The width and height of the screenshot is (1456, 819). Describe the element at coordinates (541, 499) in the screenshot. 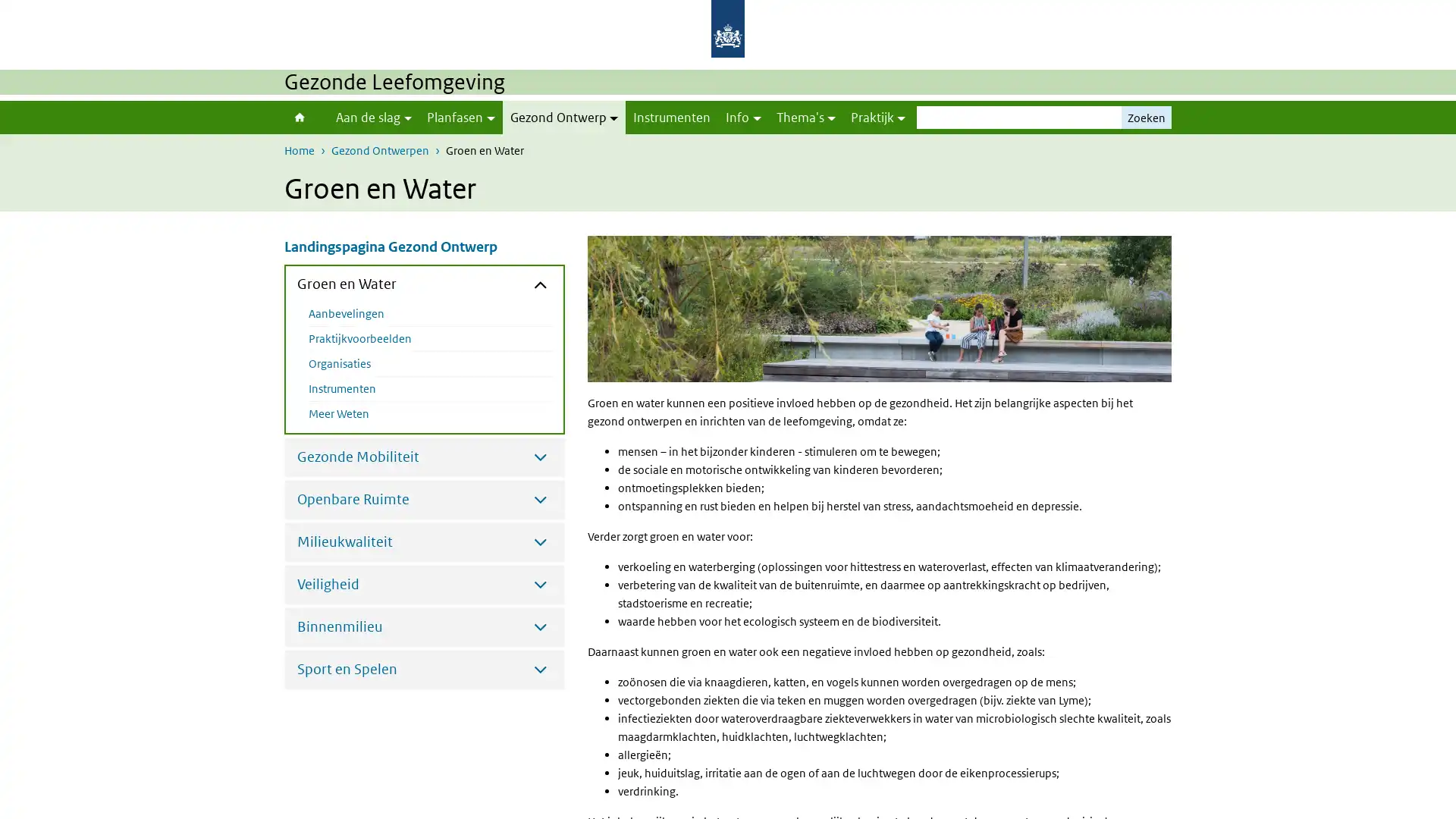

I see `Submenu openen` at that location.